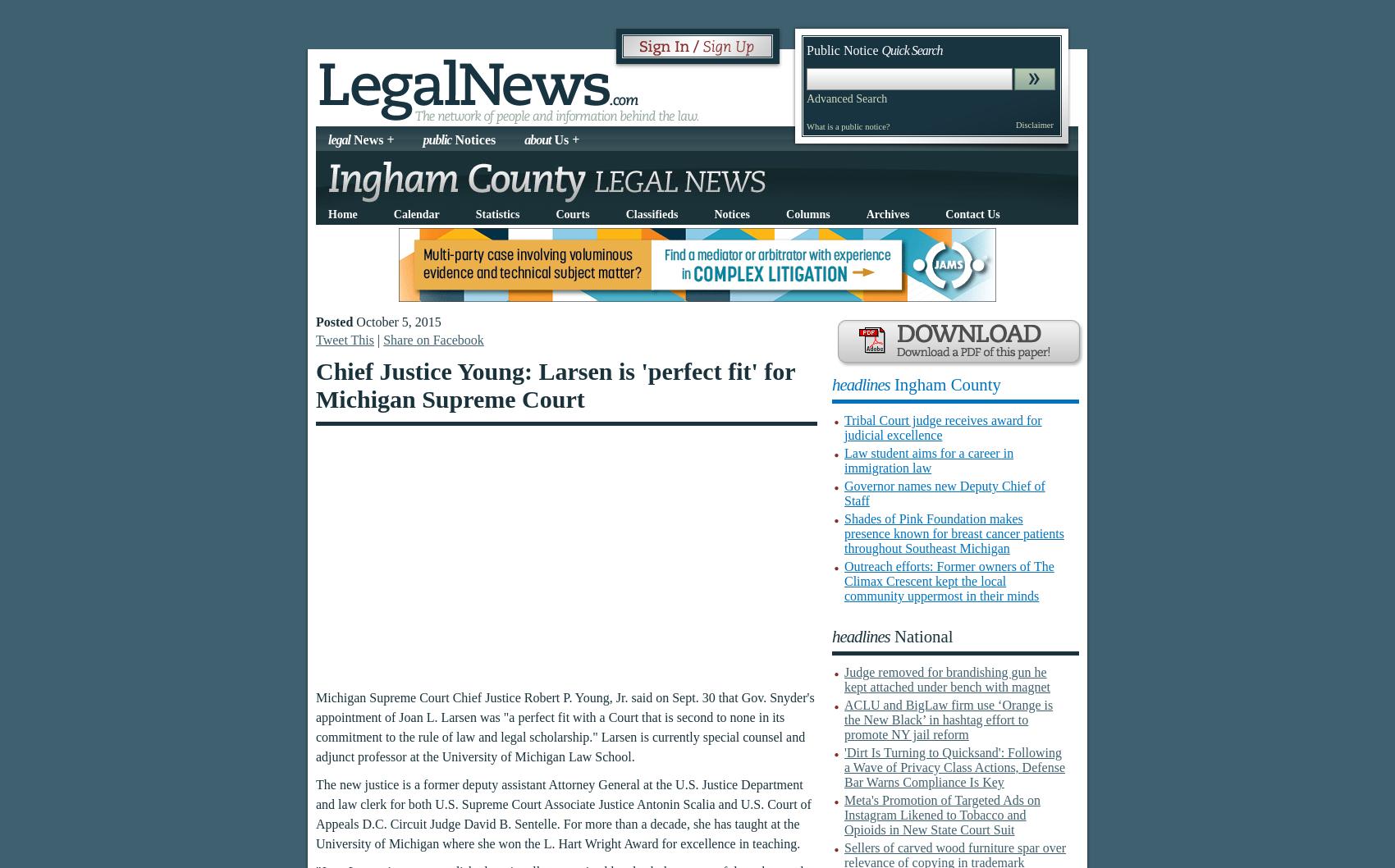  What do you see at coordinates (844, 532) in the screenshot?
I see `'Shades of Pink Foundation makes presence known for breast cancer patients throughout Southeast Michigan'` at bounding box center [844, 532].